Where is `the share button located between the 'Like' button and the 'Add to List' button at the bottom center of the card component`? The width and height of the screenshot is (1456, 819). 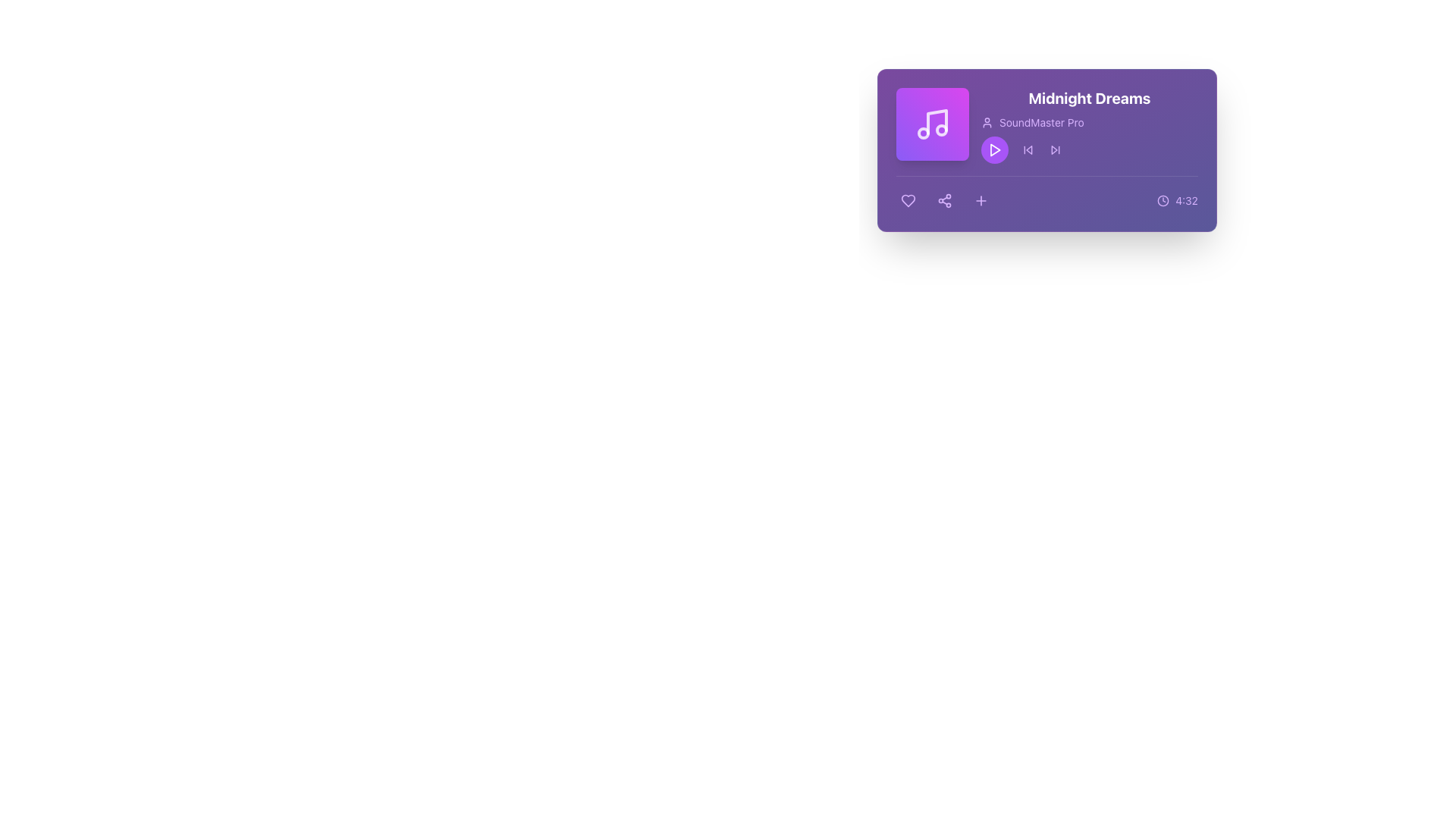 the share button located between the 'Like' button and the 'Add to List' button at the bottom center of the card component is located at coordinates (944, 200).